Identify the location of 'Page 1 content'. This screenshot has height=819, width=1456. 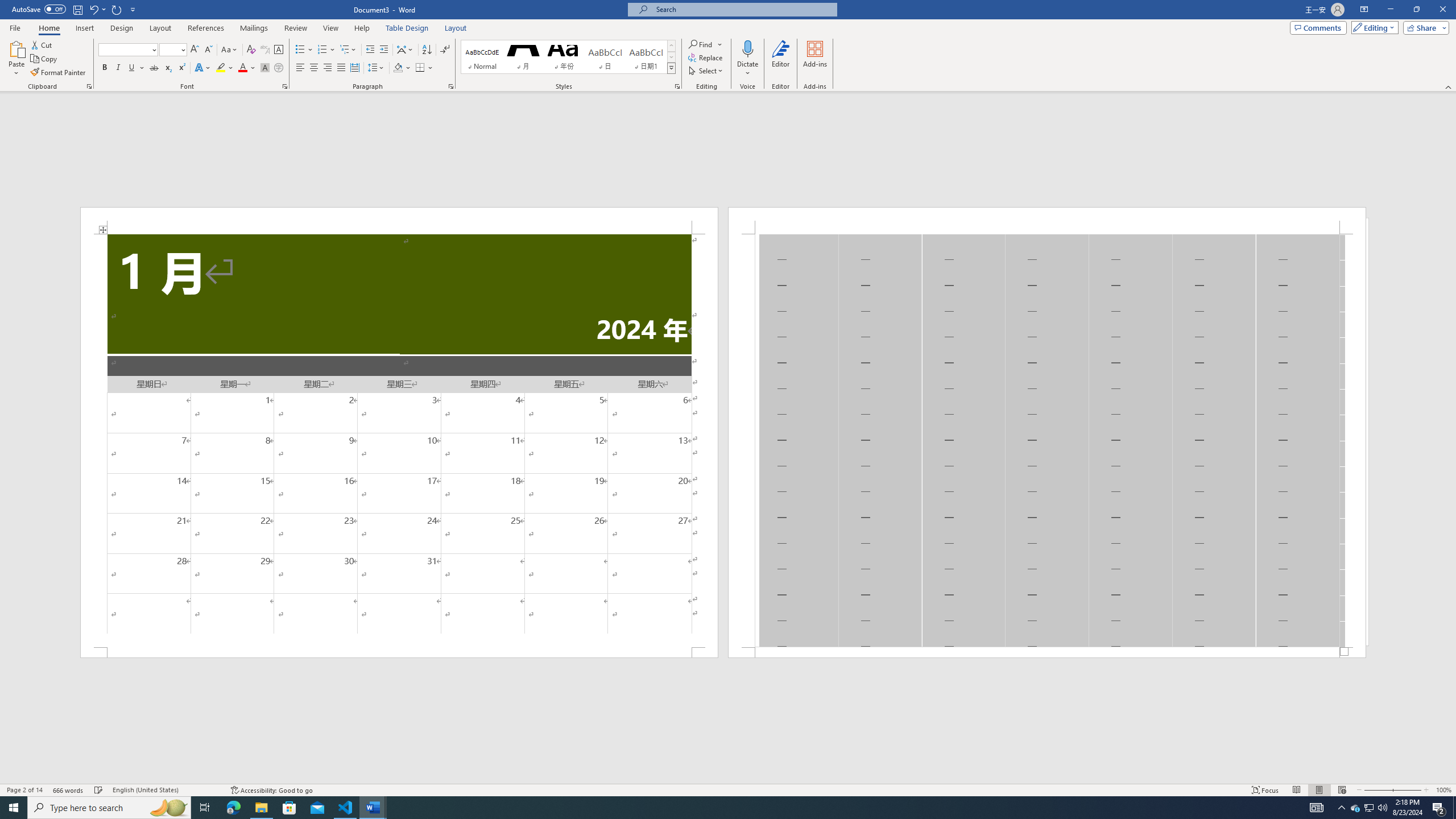
(399, 440).